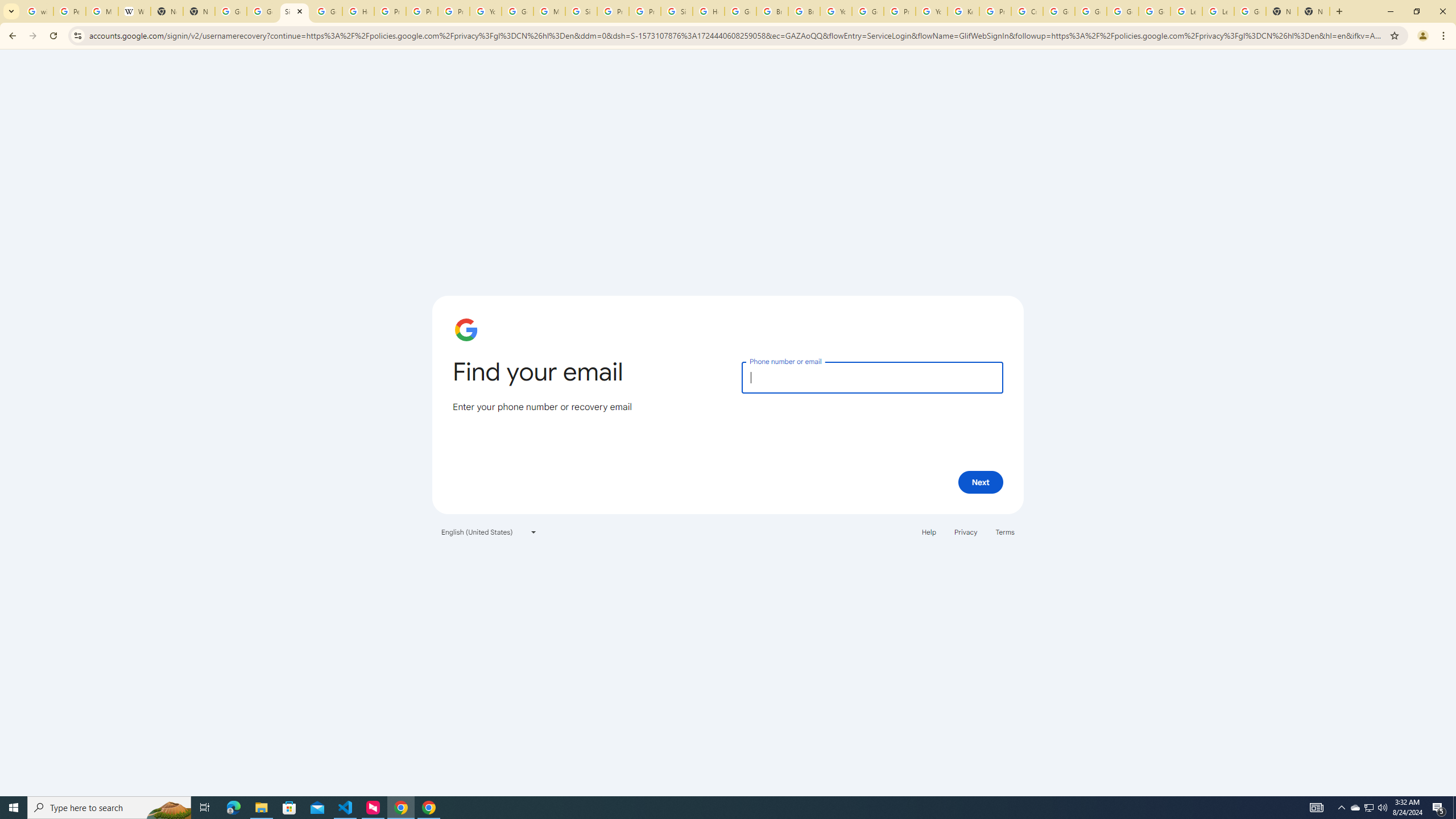 This screenshot has width=1456, height=819. I want to click on 'Google Account', so click(1250, 11).